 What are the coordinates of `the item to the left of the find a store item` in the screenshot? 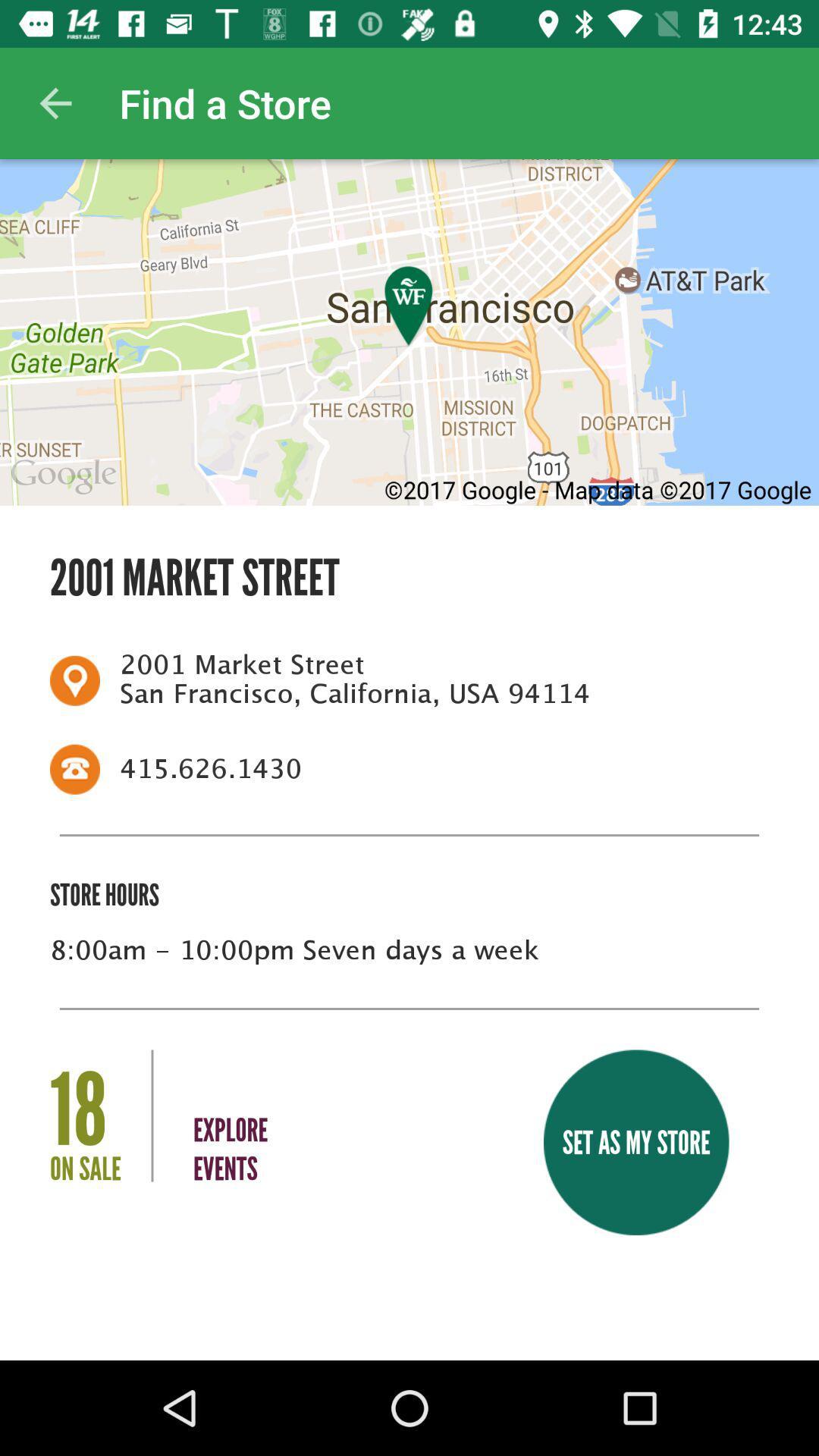 It's located at (55, 102).